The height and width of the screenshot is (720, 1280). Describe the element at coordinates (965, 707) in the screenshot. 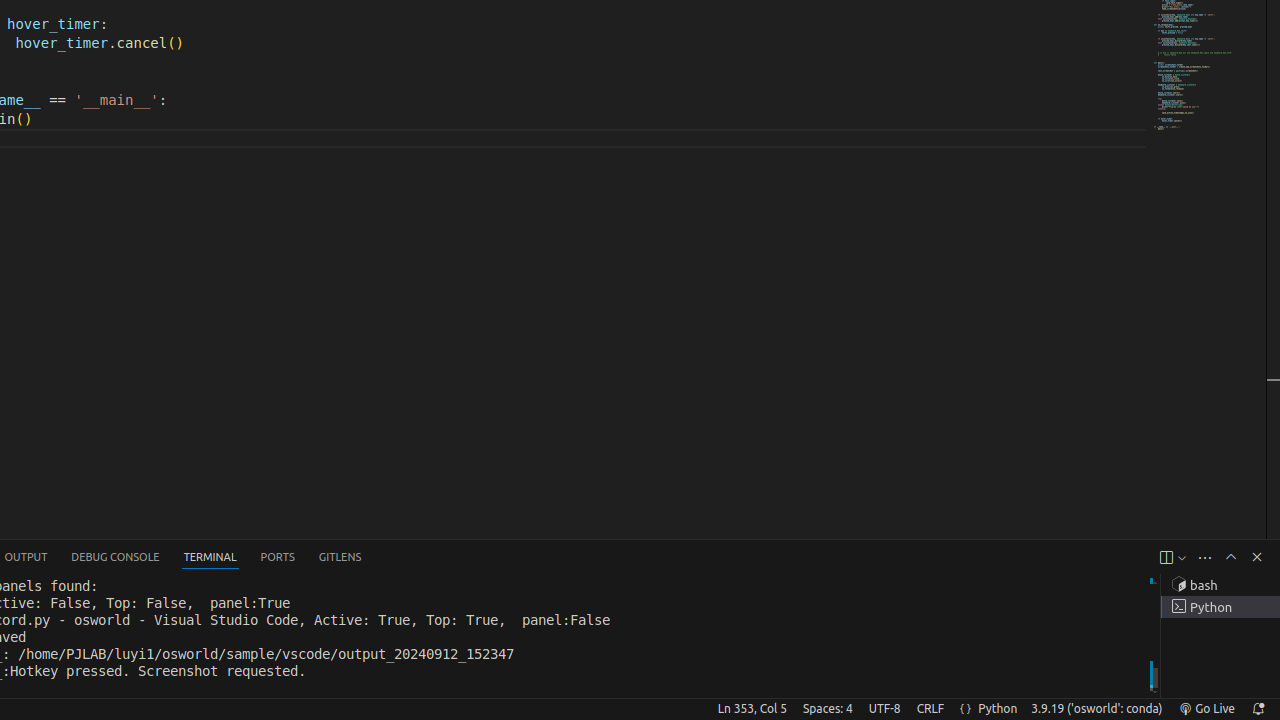

I see `'Editor Language Status: Auto Import Completions: false, next: Type Checking: off'` at that location.